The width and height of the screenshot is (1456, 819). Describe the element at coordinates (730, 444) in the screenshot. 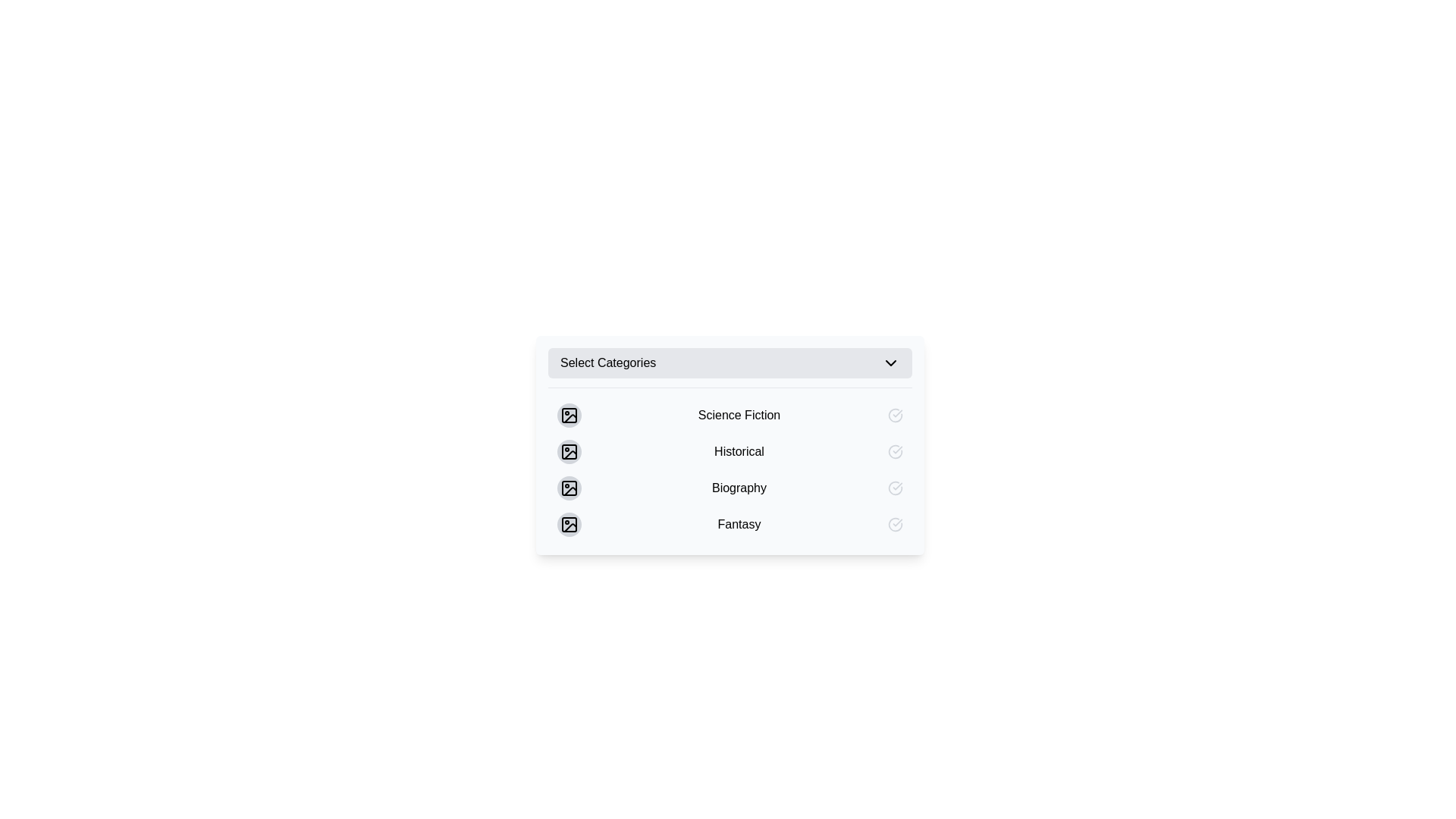

I see `the 'Historical' text label in the dropdown menu to trigger a visual response` at that location.